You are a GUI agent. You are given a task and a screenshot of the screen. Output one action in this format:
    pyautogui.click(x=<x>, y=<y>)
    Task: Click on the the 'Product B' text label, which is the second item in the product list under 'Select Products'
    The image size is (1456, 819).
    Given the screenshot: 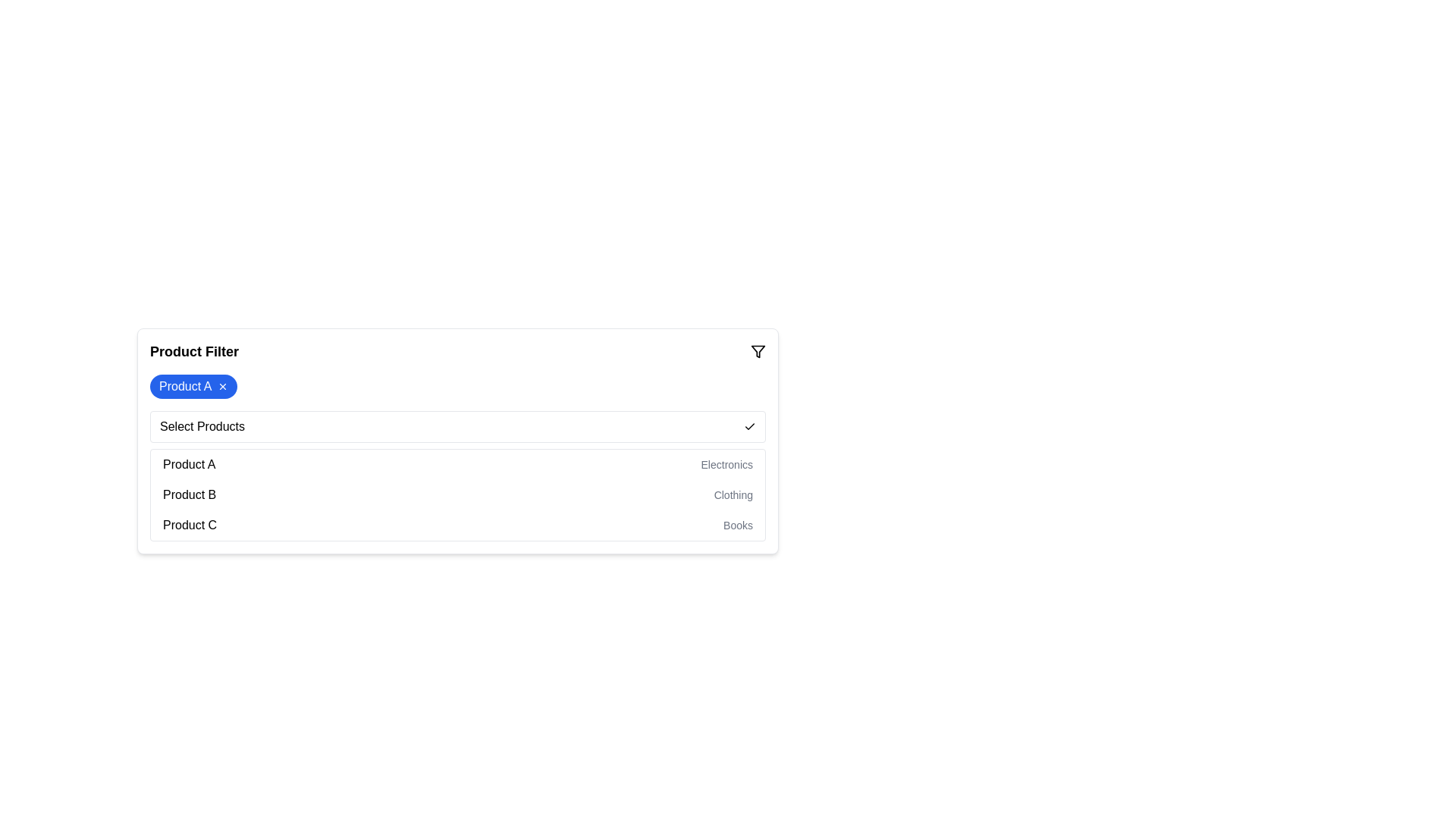 What is the action you would take?
    pyautogui.click(x=189, y=494)
    